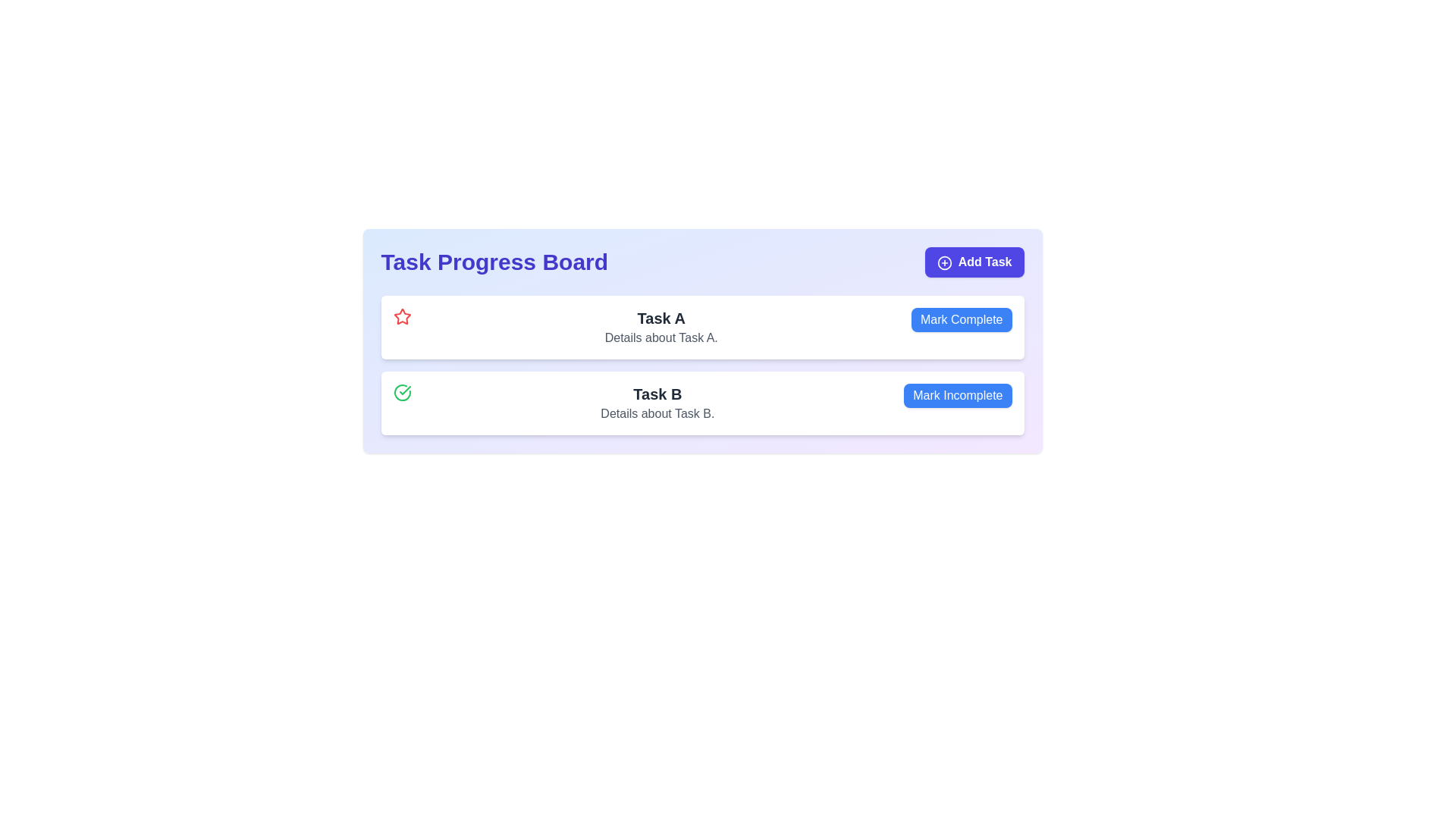 This screenshot has width=1456, height=819. What do you see at coordinates (943, 262) in the screenshot?
I see `the circular icon with a plus sign located to the left of the 'Add Task' text in the top-right corner of the task board interface` at bounding box center [943, 262].